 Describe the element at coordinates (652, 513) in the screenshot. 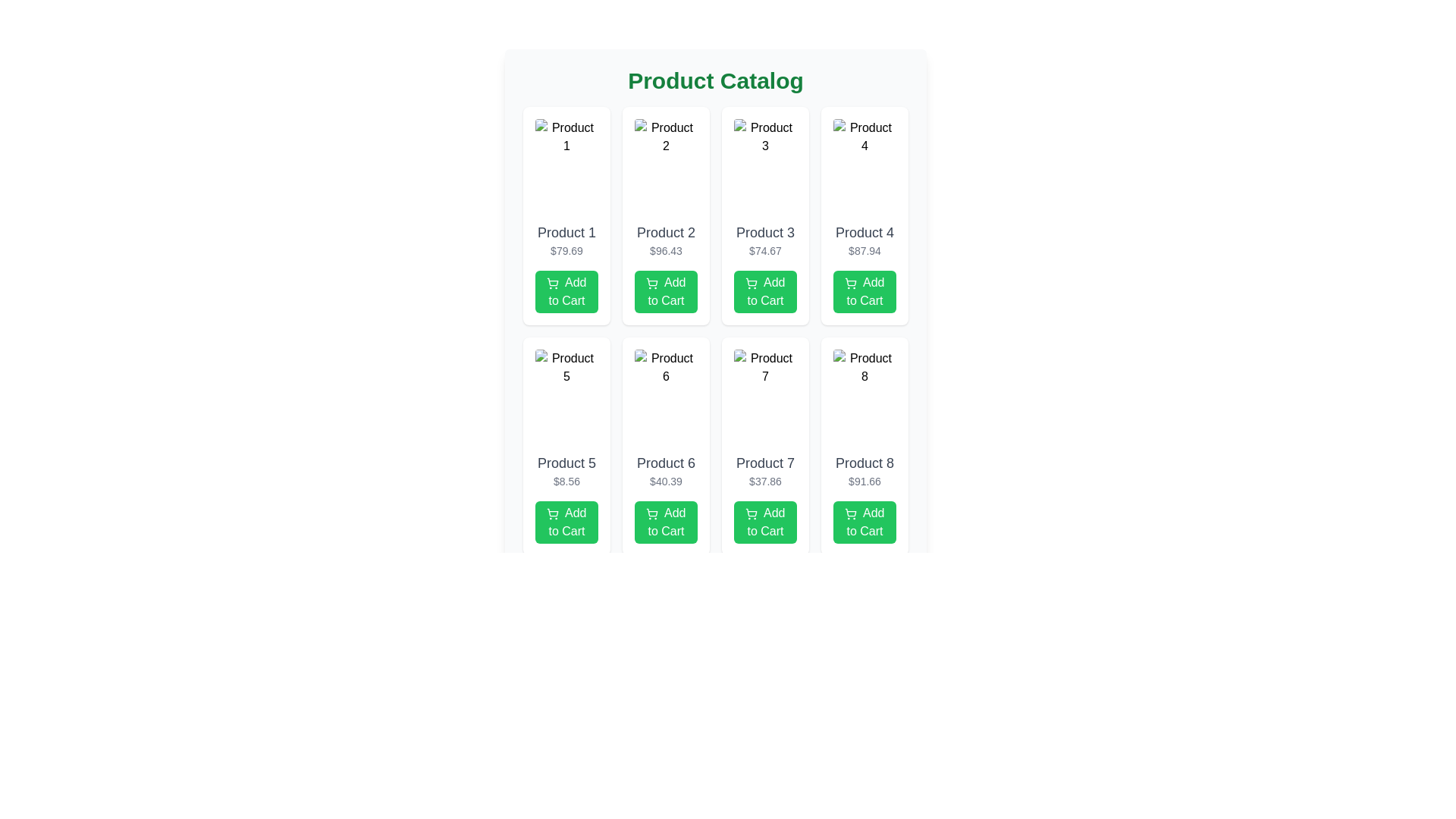

I see `the shopping cart icon, which is styled in line art design and located to the left of the 'Add to Cart' text on a green button` at that location.